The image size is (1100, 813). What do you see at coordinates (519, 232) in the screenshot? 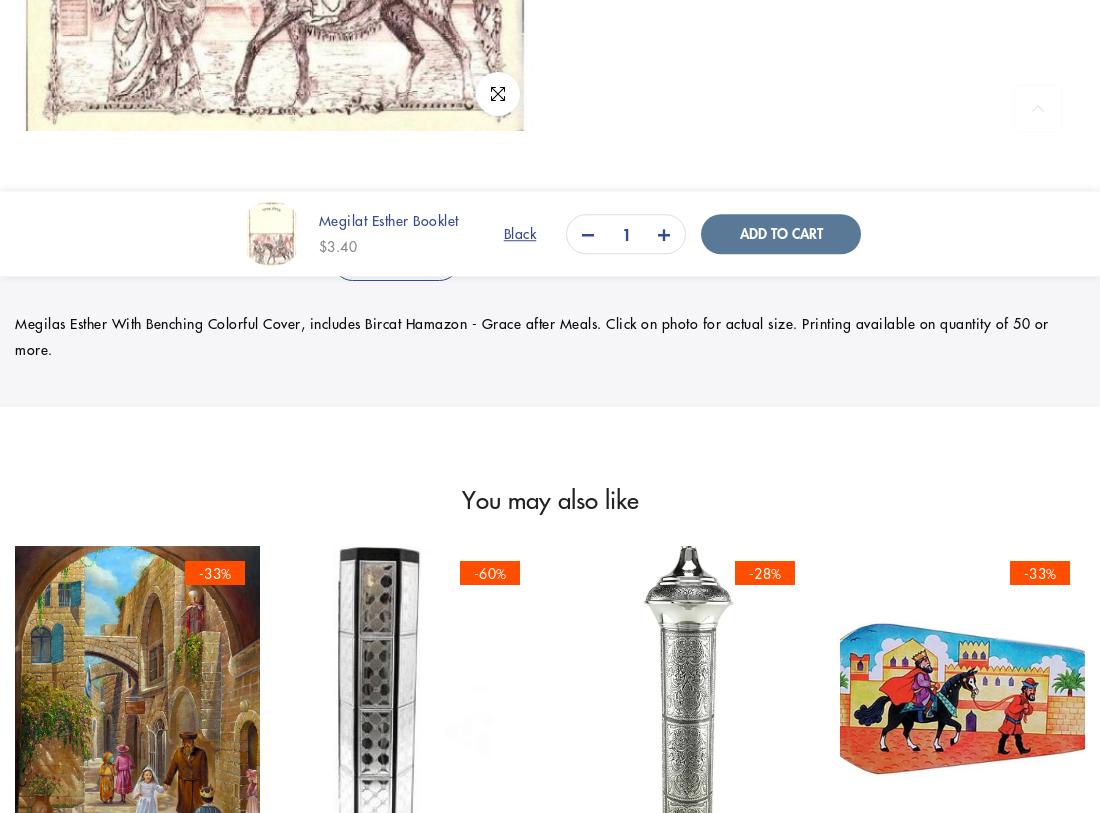
I see `'Black'` at bounding box center [519, 232].